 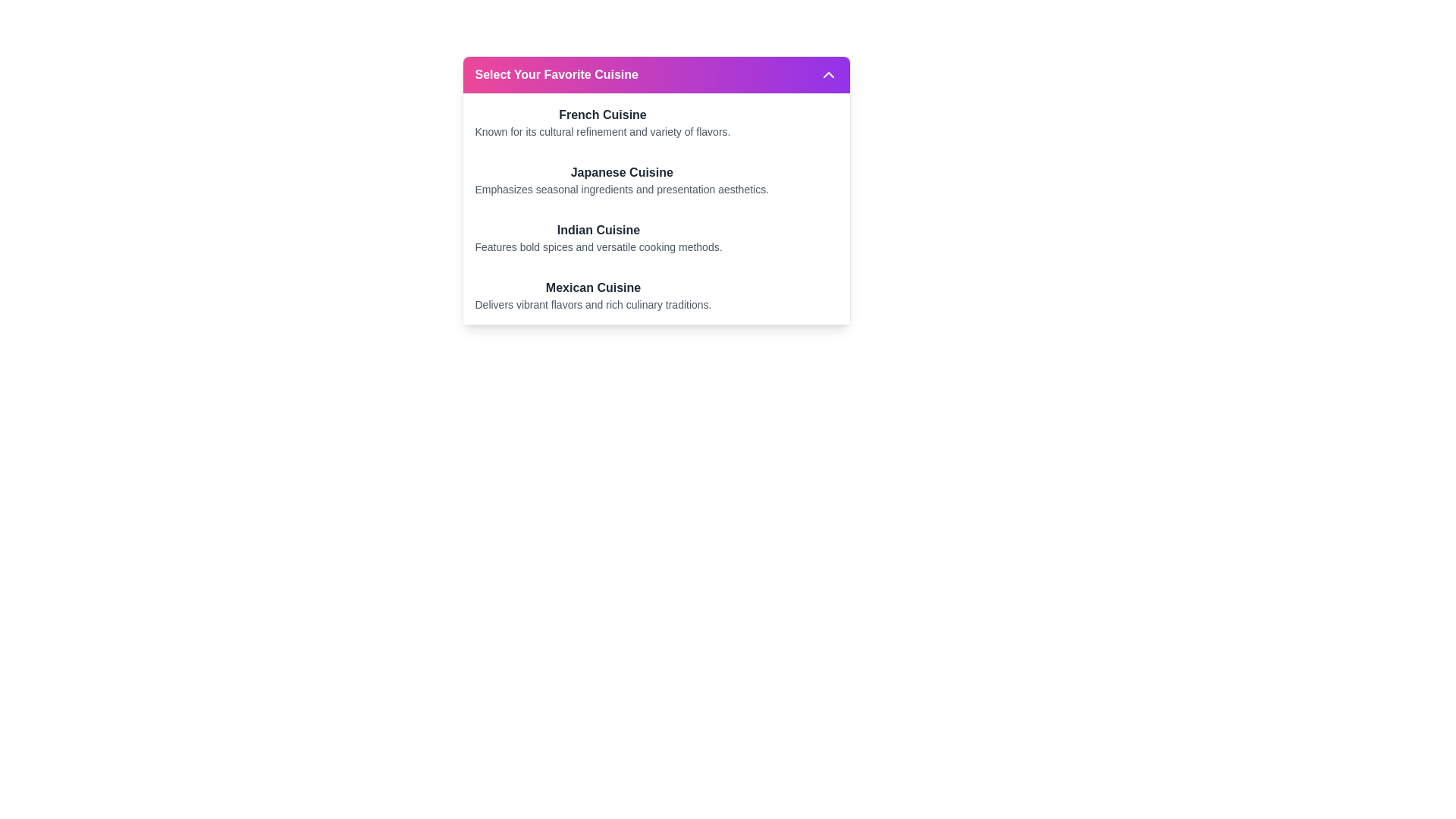 I want to click on the text block that provides information about Indian cuisine, which is the third item in the vertical list under 'Select Your Favorite Cuisine', so click(x=598, y=237).